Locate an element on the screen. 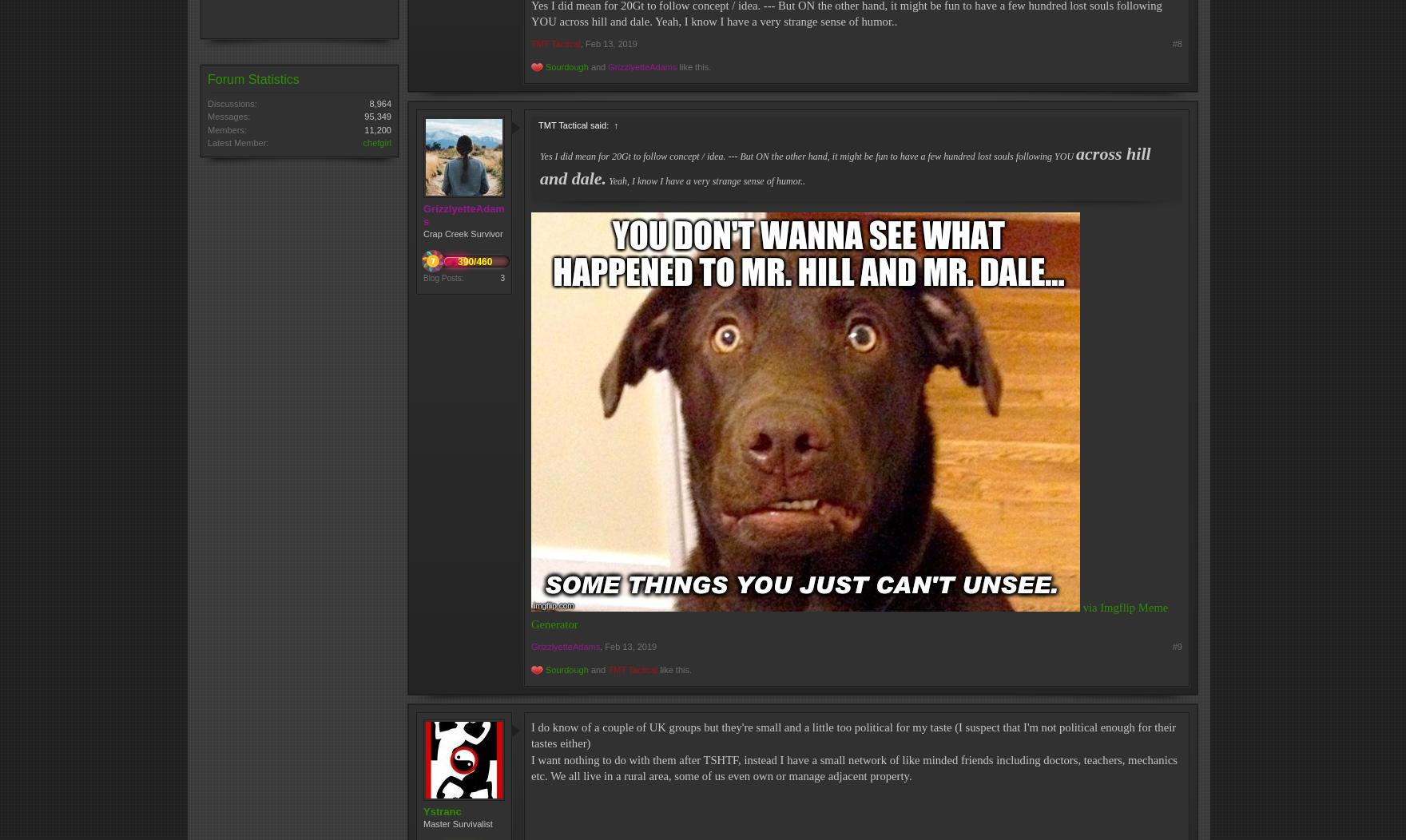 The width and height of the screenshot is (1406, 840). 'Ystranc' is located at coordinates (442, 810).